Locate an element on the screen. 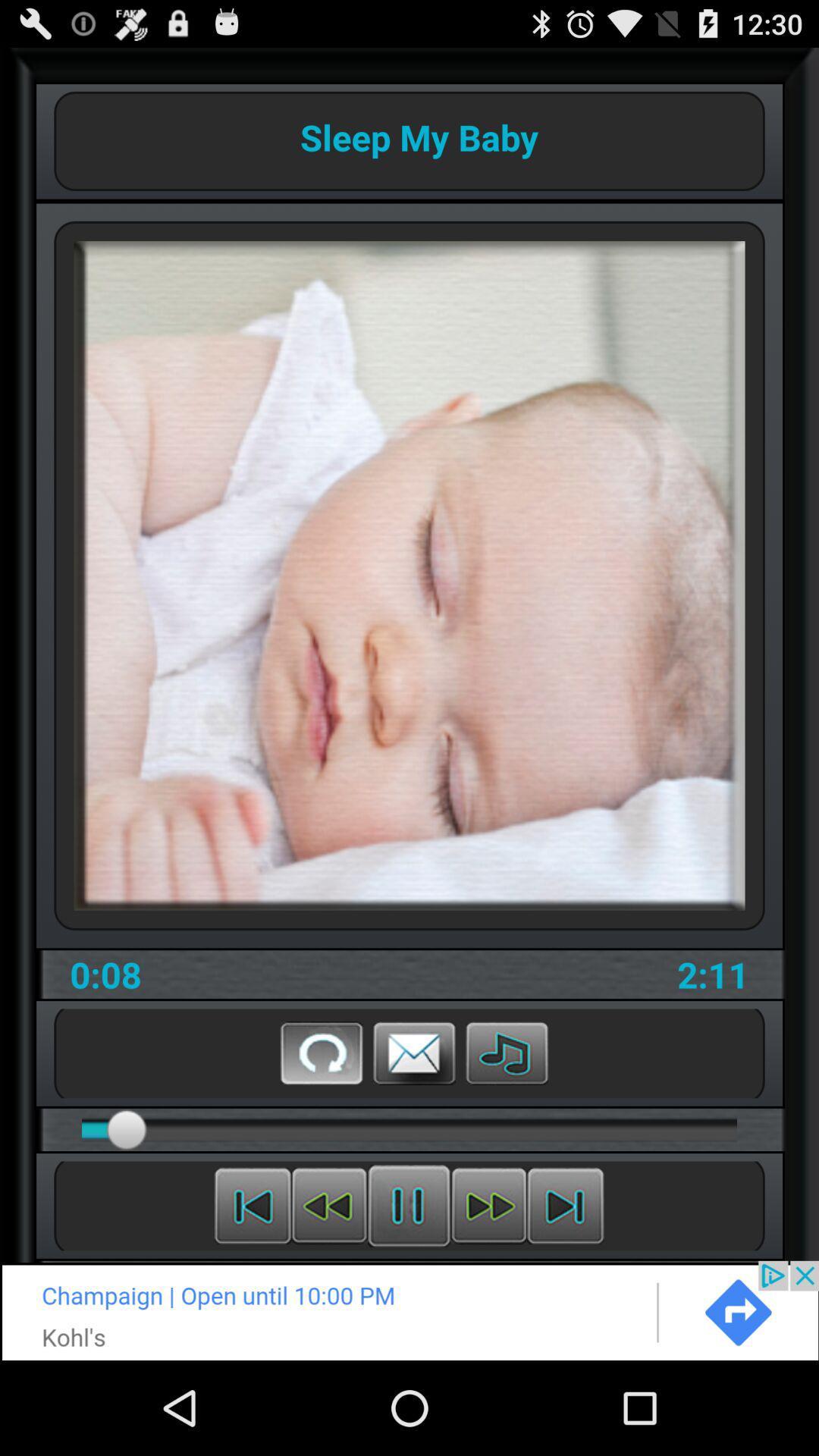 This screenshot has width=819, height=1456. message button is located at coordinates (414, 1052).